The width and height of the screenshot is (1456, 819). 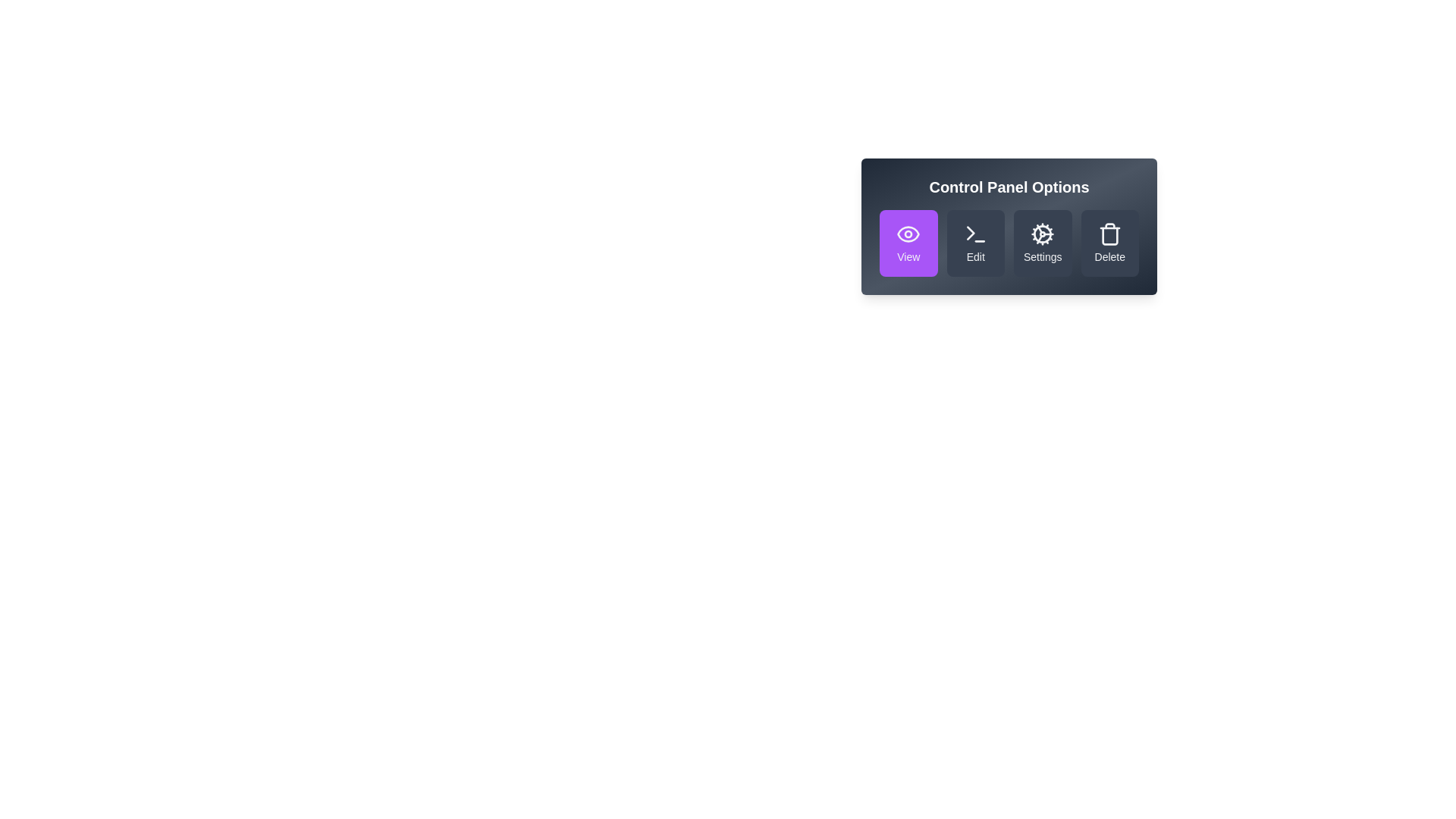 I want to click on the interactive menu or toolbar displaying 'Control Panel Options' with icons for 'View', 'Edit', 'Settings', and 'Delete', so click(x=1009, y=227).